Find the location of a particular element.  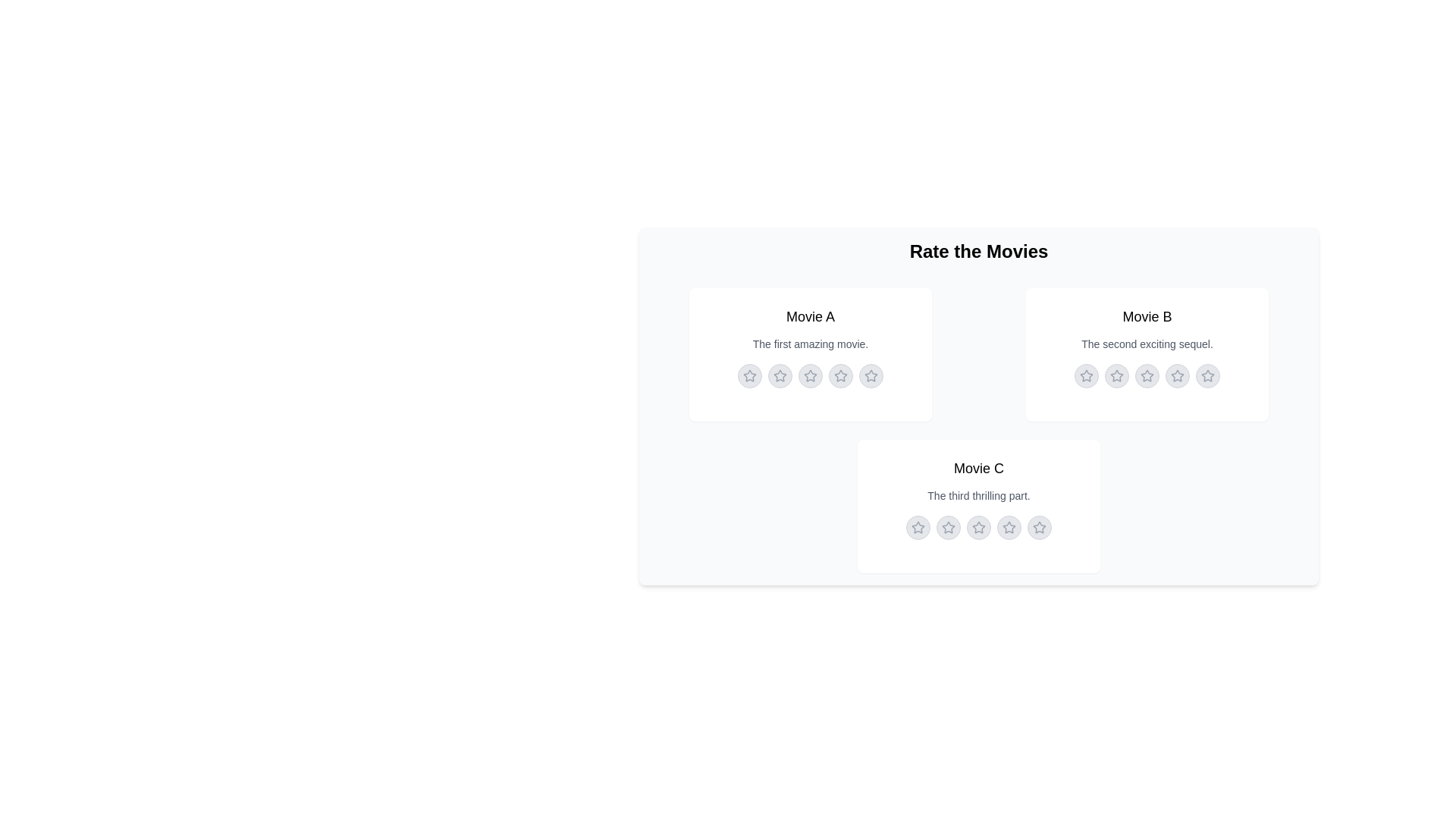

the third star icon in the rating widget below the text content 'Movie C' is located at coordinates (979, 526).